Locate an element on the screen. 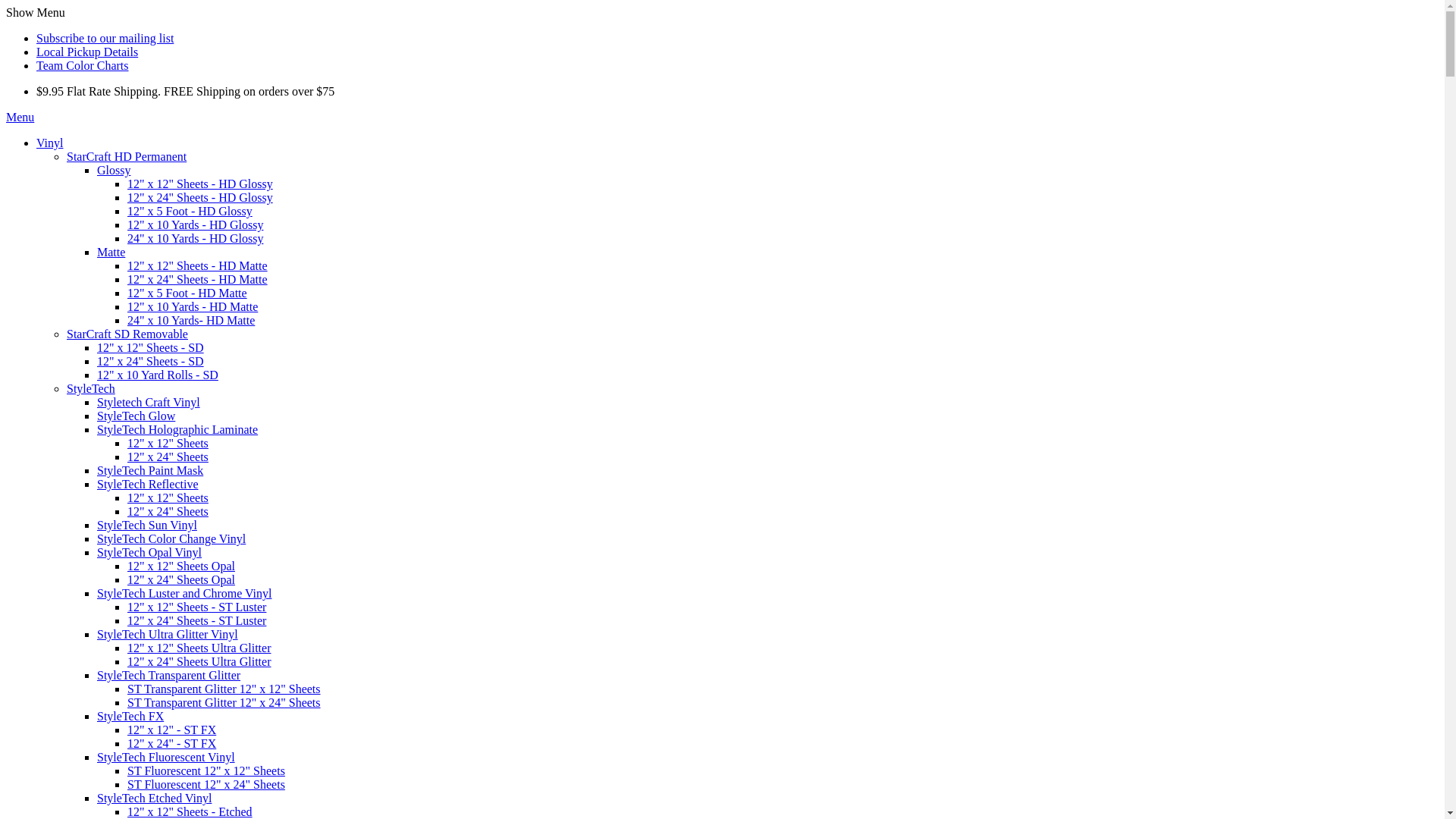 This screenshot has width=1456, height=819. 'ST Transparent Glitter 12" x 24" Sheets' is located at coordinates (223, 702).